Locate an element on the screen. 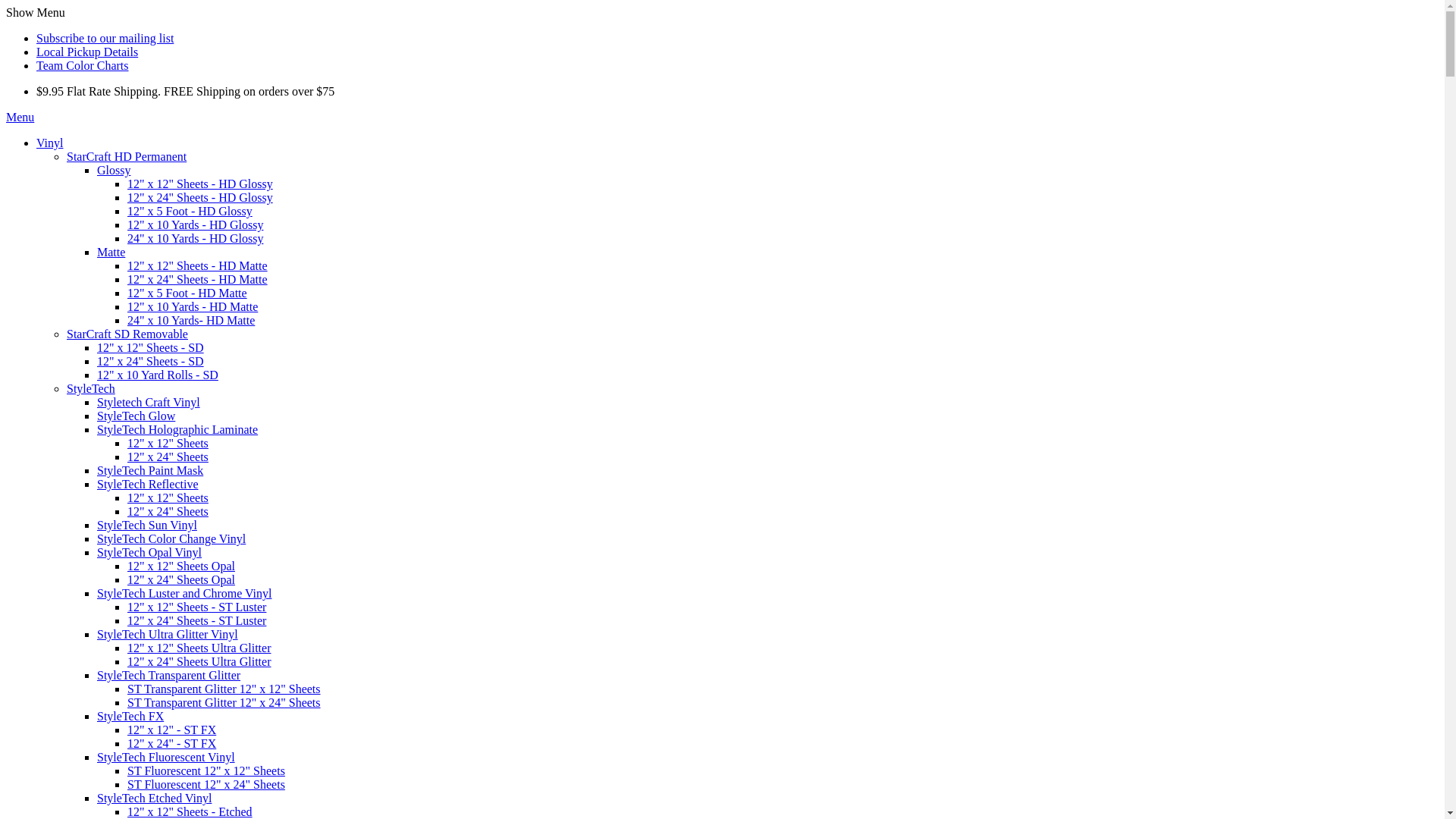 This screenshot has width=1456, height=819. 'ST Transparent Glitter 12" x 24" Sheets' is located at coordinates (223, 702).